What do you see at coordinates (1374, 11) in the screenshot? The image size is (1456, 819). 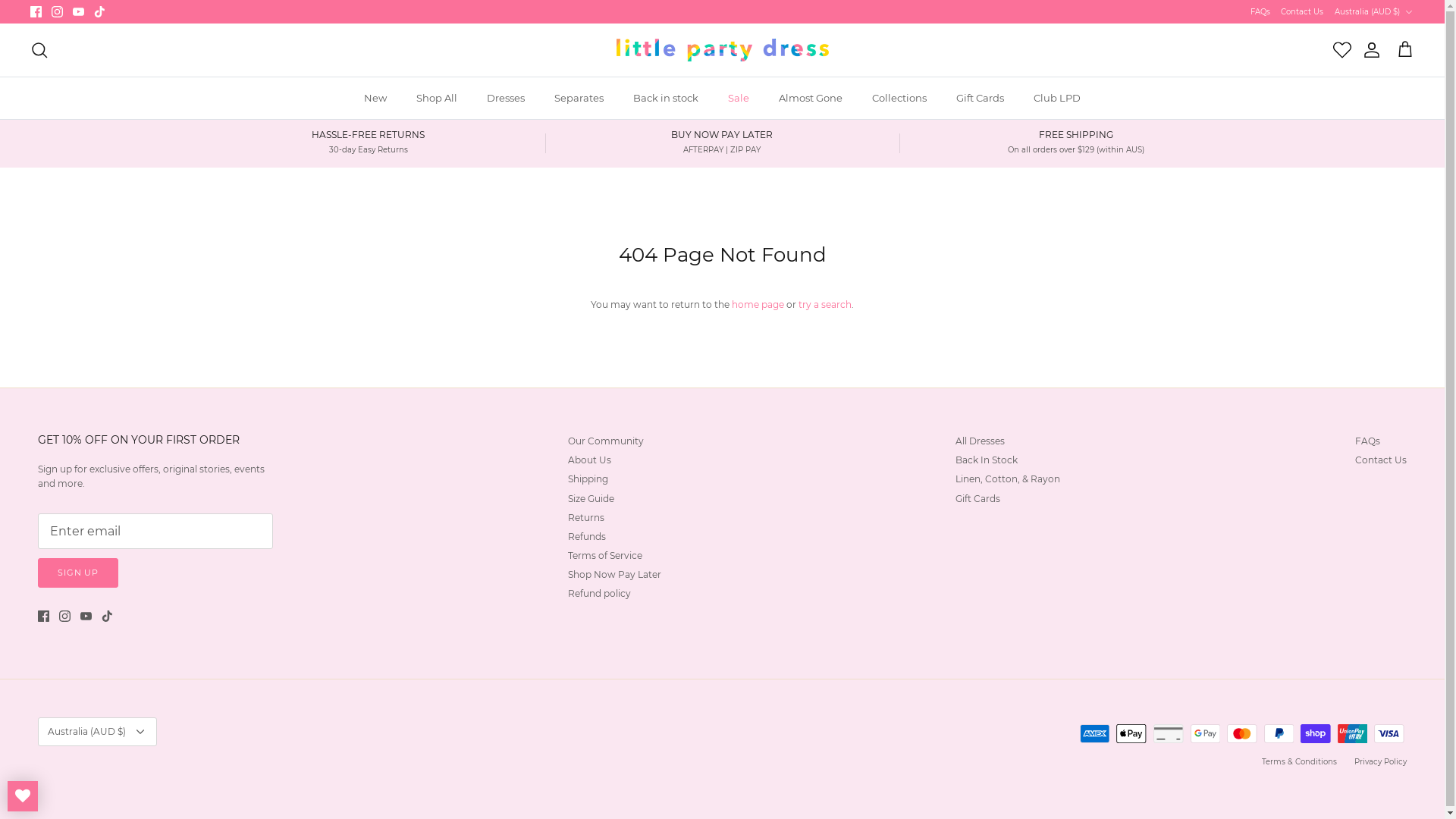 I see `'Australia (AUD $)` at bounding box center [1374, 11].